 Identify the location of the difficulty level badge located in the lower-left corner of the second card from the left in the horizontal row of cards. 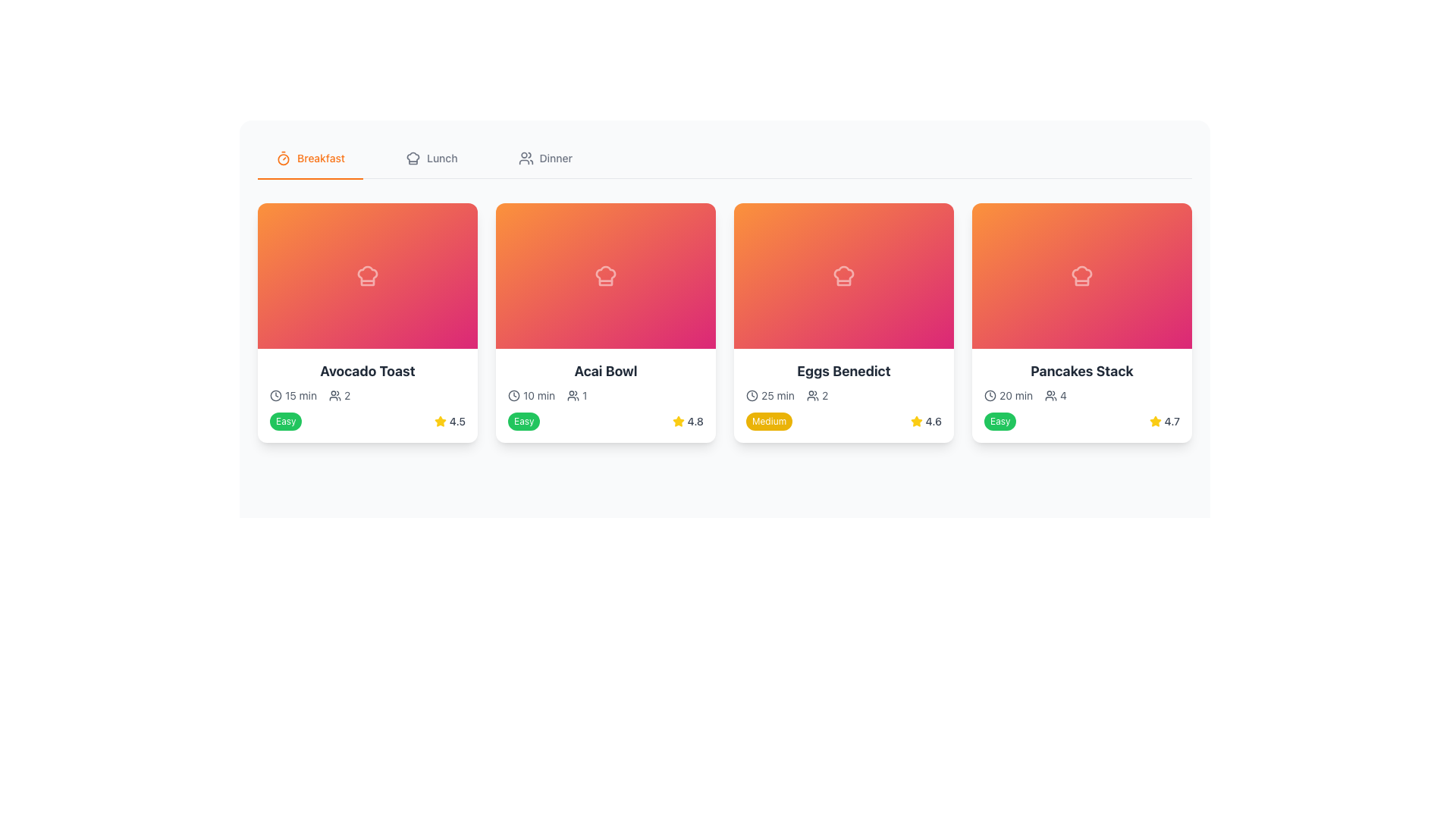
(524, 421).